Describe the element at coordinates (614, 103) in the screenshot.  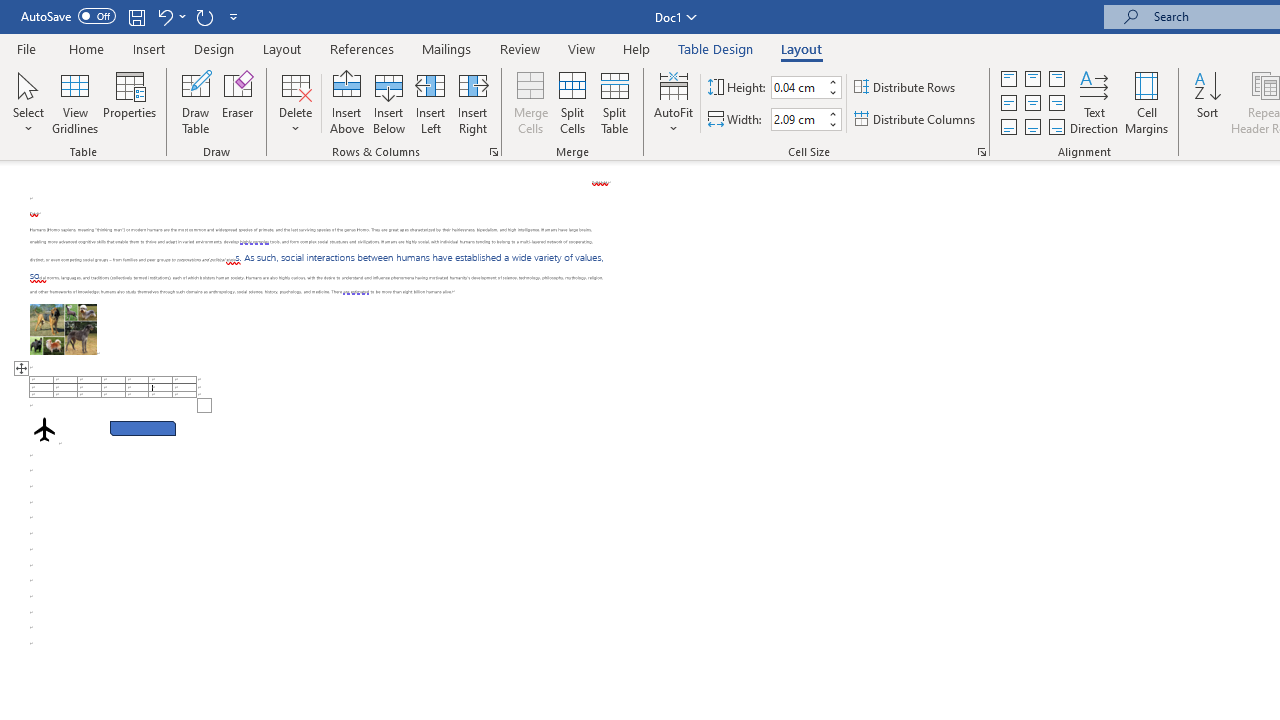
I see `'Split Table'` at that location.